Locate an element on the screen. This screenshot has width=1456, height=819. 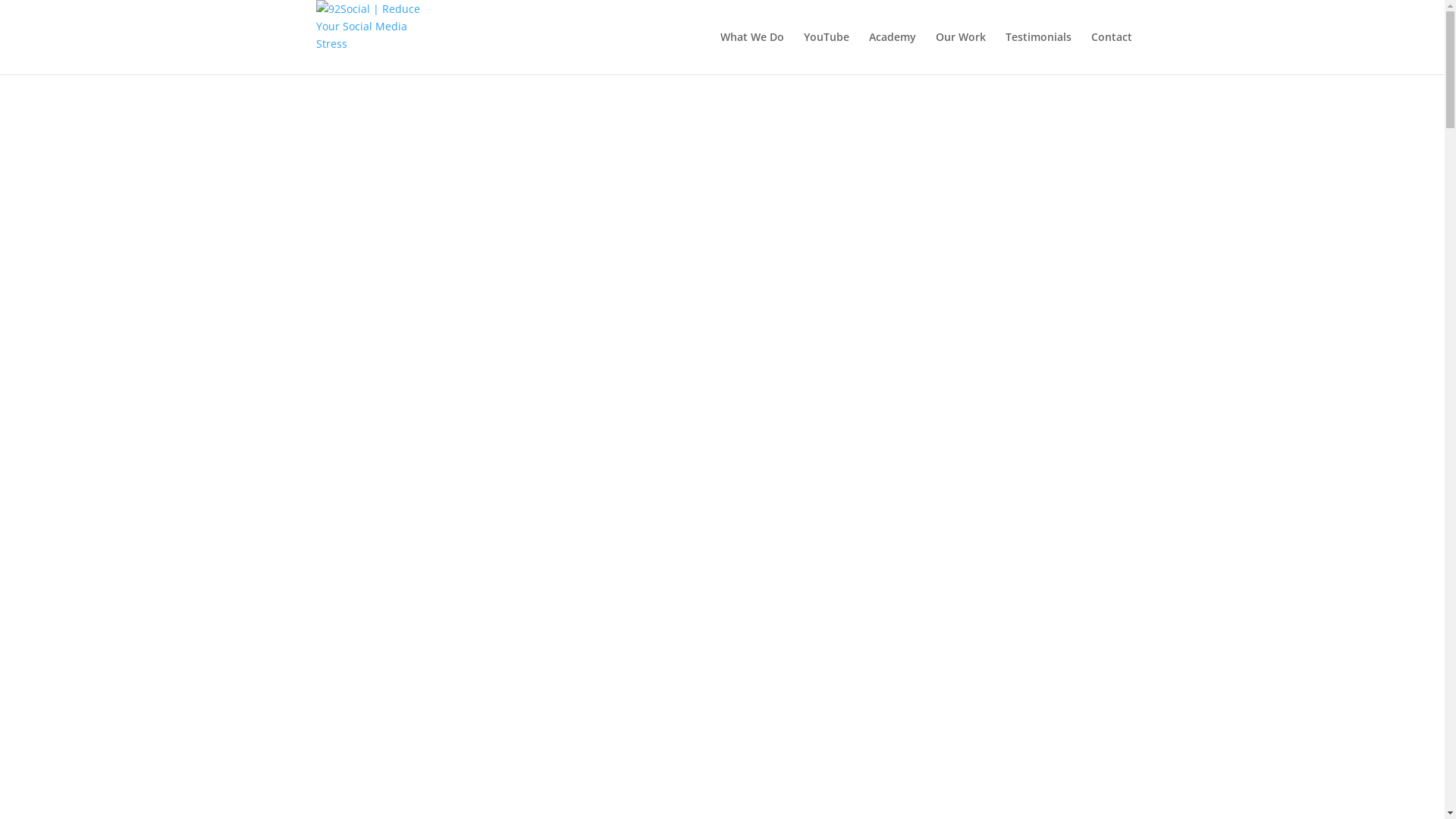
'Contact' is located at coordinates (1110, 52).